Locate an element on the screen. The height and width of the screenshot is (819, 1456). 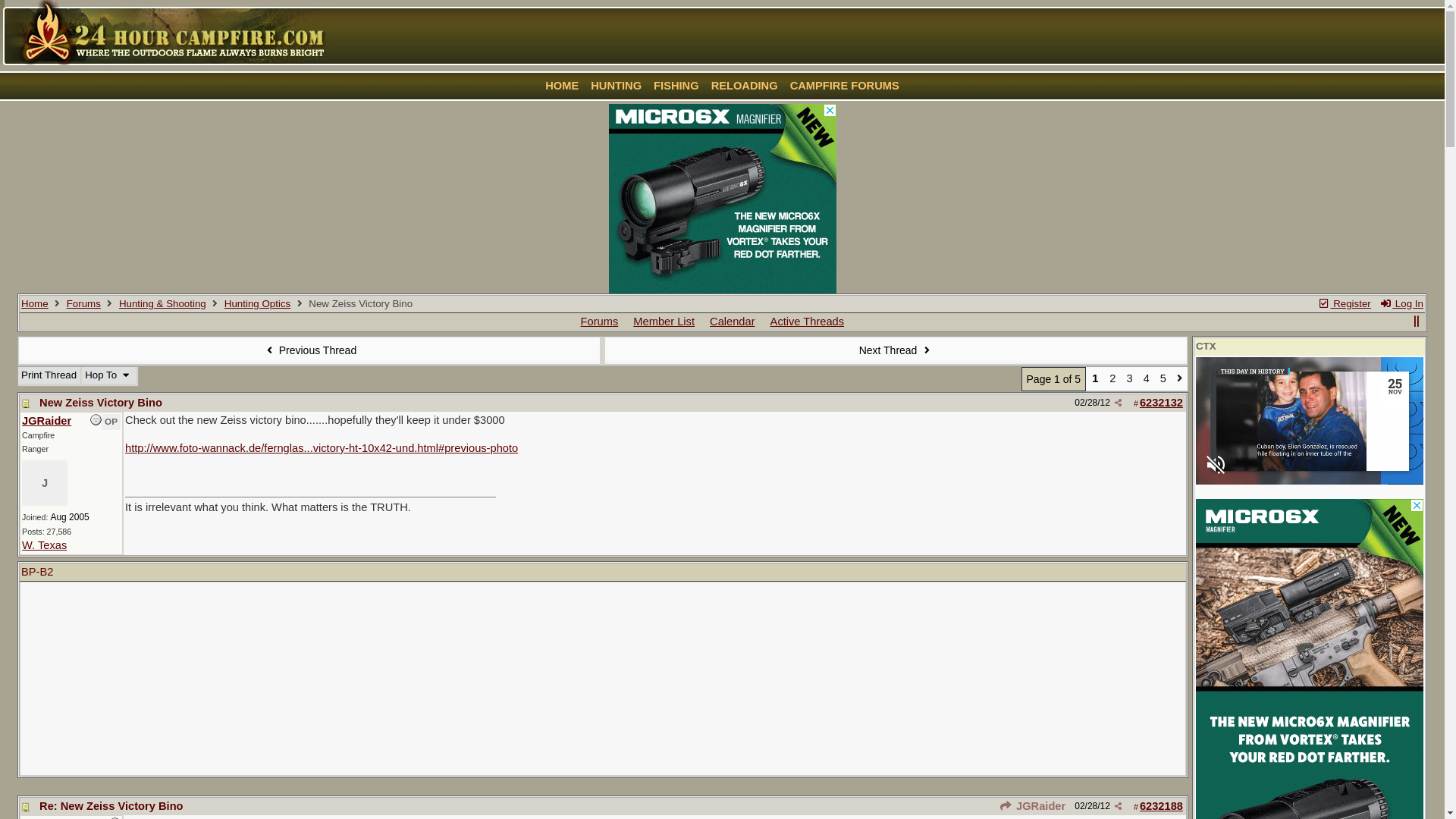
'Forums' is located at coordinates (83, 303).